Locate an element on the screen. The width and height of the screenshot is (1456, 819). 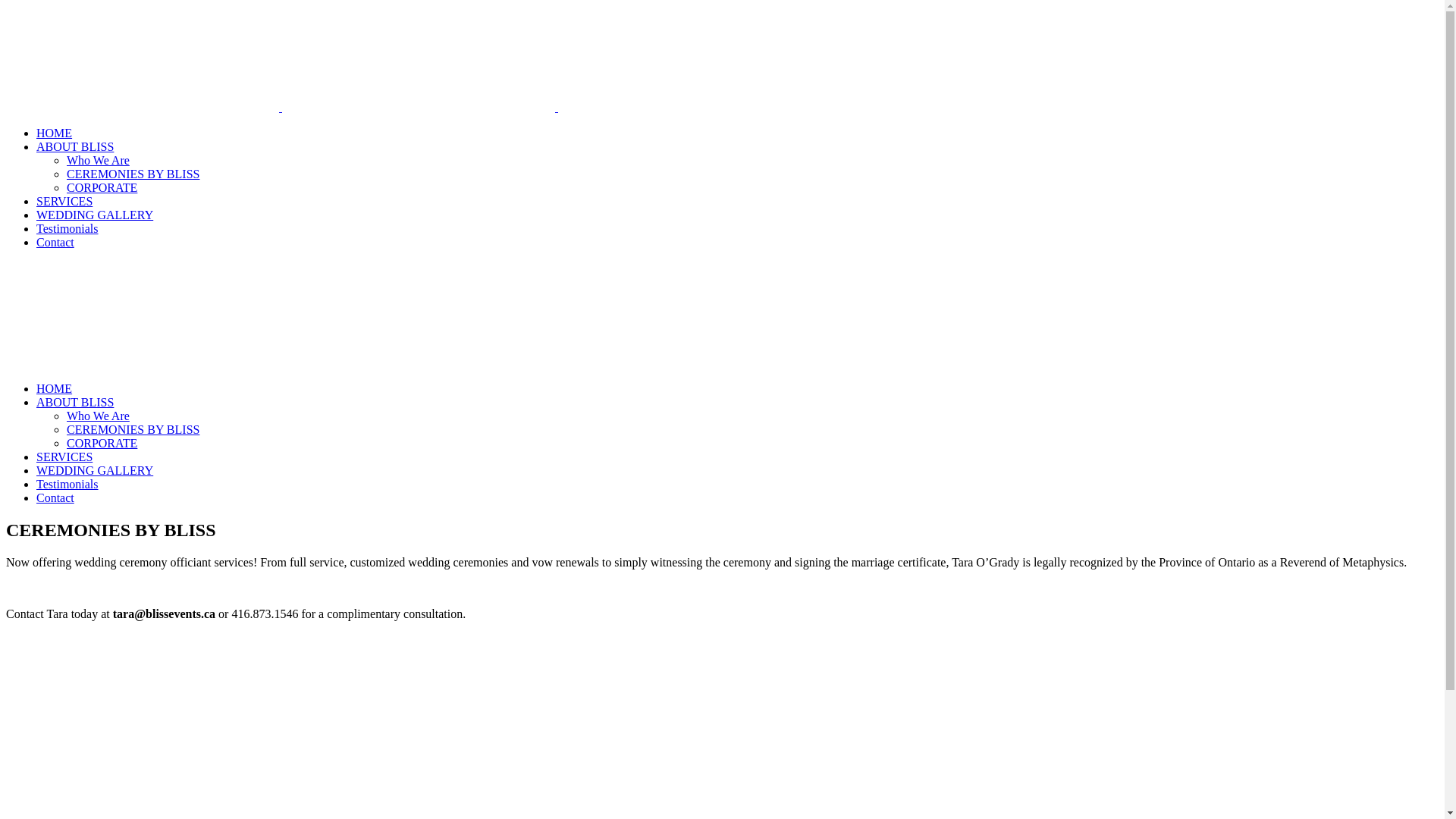
'SERVICES' is located at coordinates (64, 456).